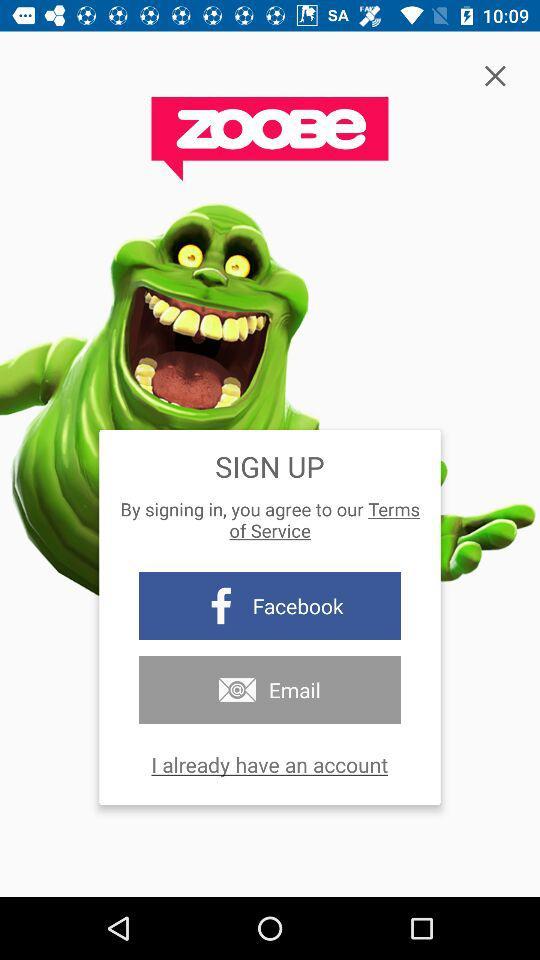 This screenshot has width=540, height=960. What do you see at coordinates (494, 76) in the screenshot?
I see `the item at the top right corner` at bounding box center [494, 76].